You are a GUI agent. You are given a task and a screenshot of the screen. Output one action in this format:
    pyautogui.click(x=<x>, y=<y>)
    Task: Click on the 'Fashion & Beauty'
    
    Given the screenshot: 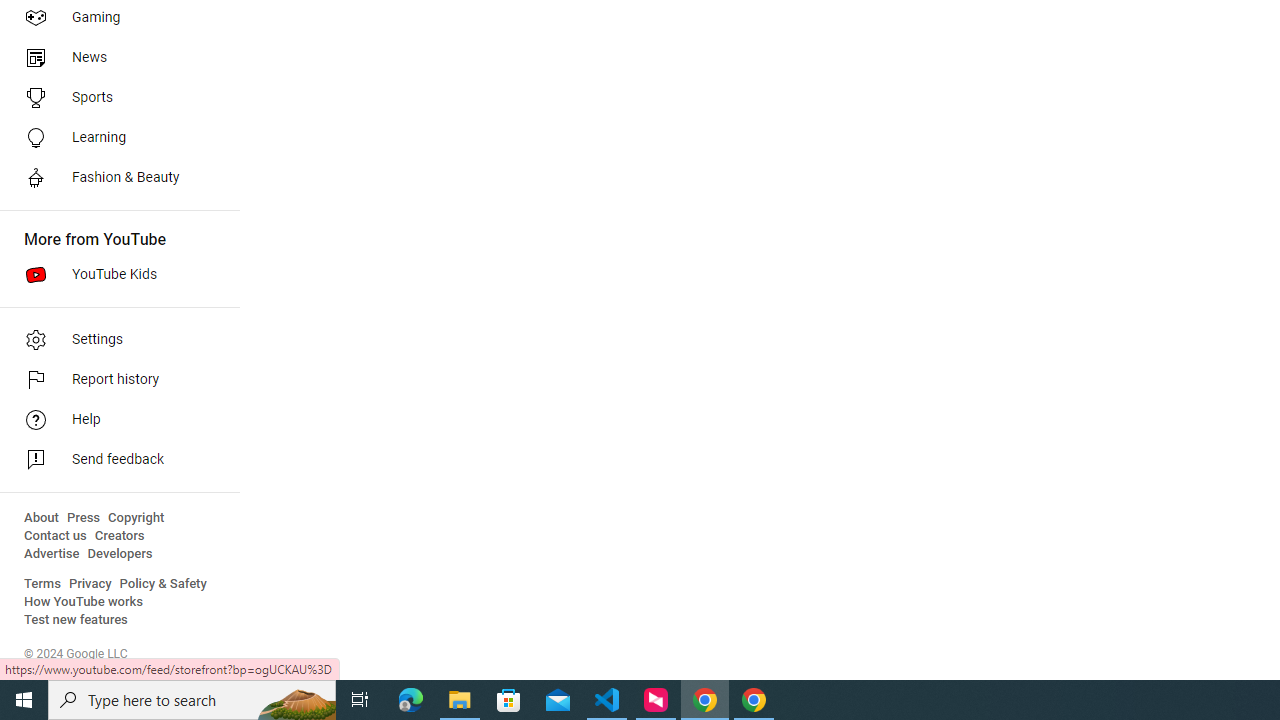 What is the action you would take?
    pyautogui.click(x=112, y=176)
    